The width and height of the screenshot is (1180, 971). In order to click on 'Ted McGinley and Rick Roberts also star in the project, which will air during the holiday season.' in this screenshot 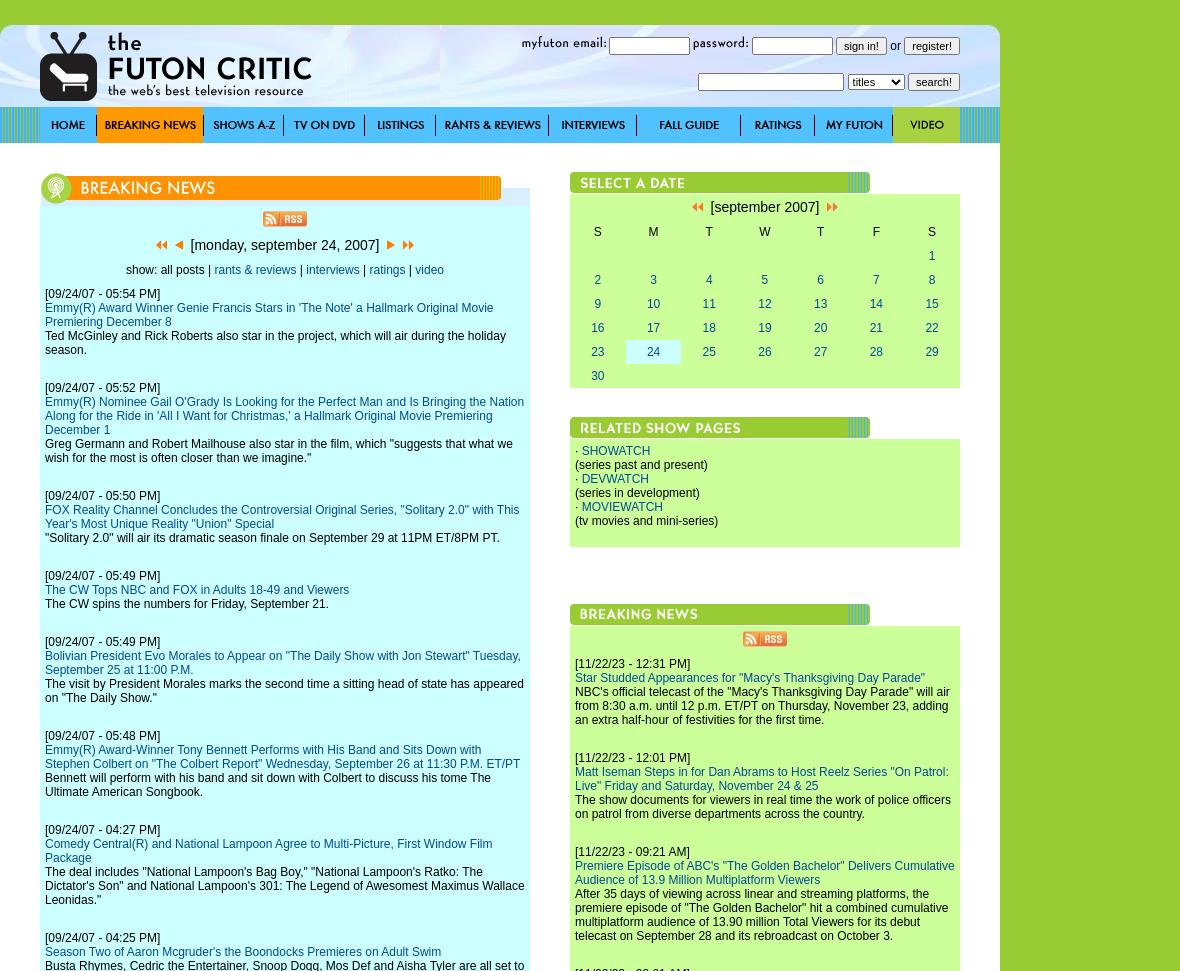, I will do `click(275, 342)`.